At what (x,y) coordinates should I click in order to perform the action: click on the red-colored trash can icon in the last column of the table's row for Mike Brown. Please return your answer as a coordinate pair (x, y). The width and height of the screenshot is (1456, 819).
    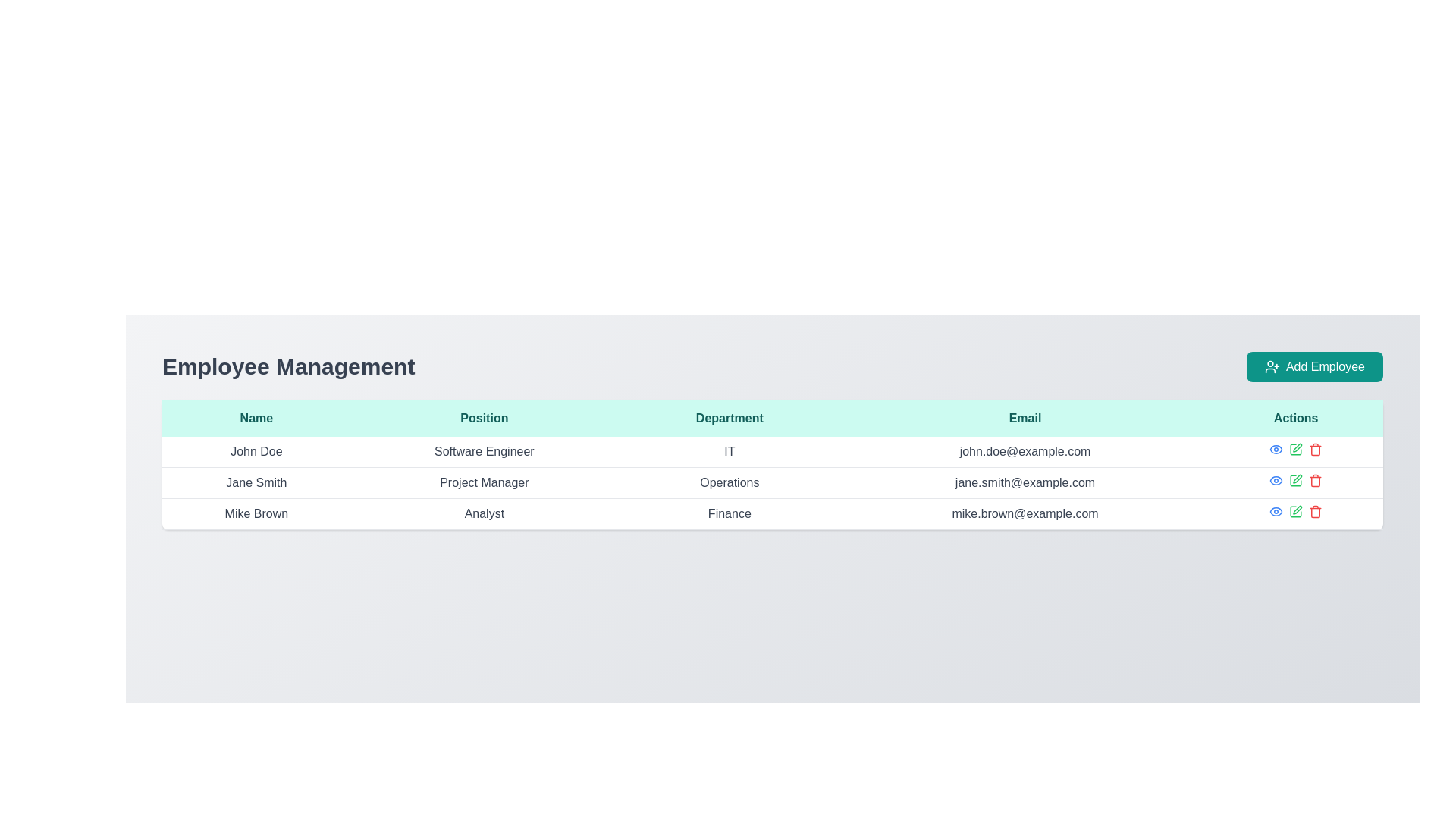
    Looking at the image, I should click on (1314, 512).